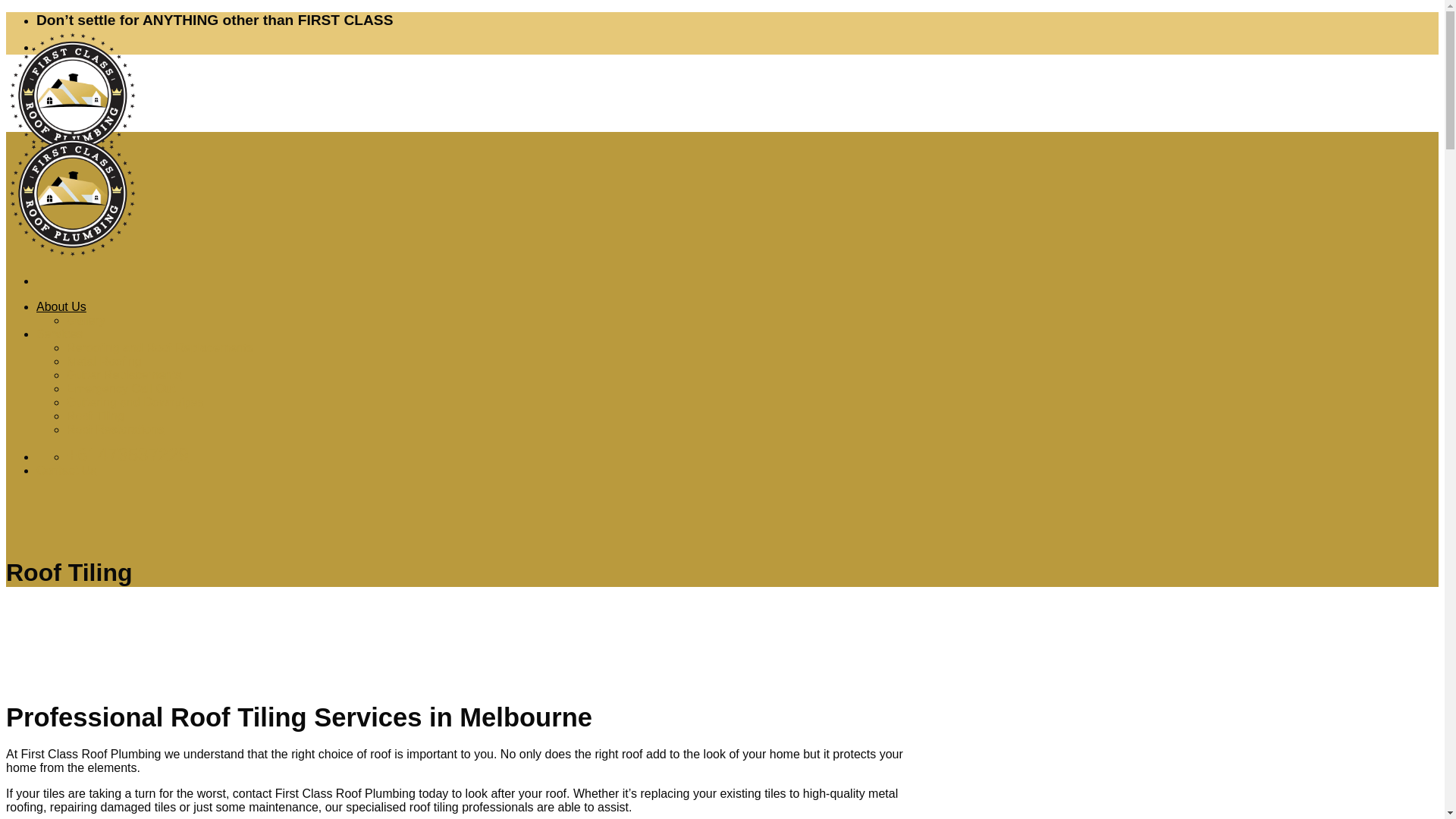 This screenshot has width=1456, height=819. What do you see at coordinates (94, 416) in the screenshot?
I see `'Roof Tiling'` at bounding box center [94, 416].